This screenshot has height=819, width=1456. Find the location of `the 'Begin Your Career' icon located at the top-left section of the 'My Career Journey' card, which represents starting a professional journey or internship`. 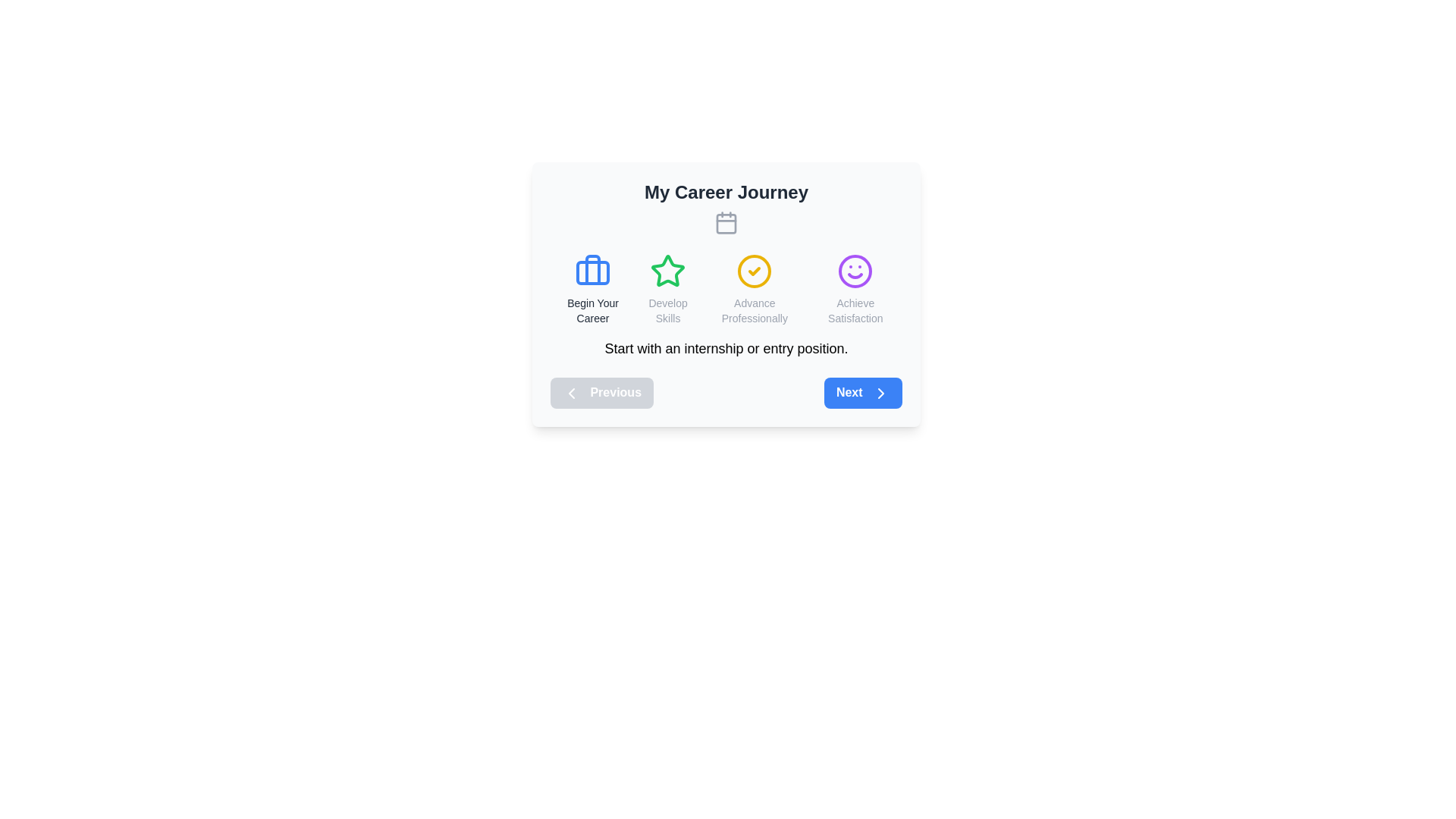

the 'Begin Your Career' icon located at the top-left section of the 'My Career Journey' card, which represents starting a professional journey or internship is located at coordinates (592, 271).